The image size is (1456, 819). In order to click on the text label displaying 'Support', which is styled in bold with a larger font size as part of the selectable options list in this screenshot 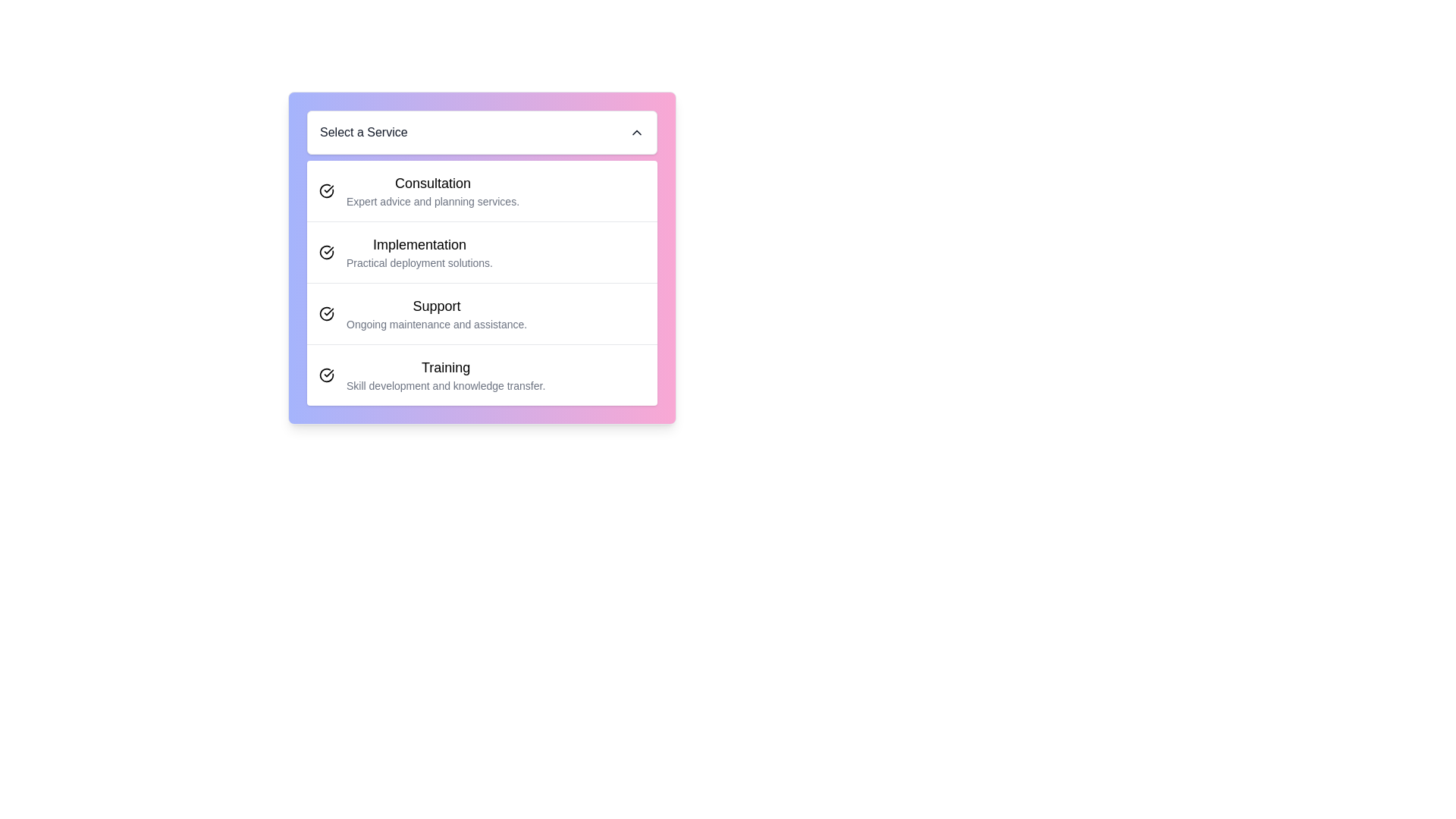, I will do `click(436, 306)`.